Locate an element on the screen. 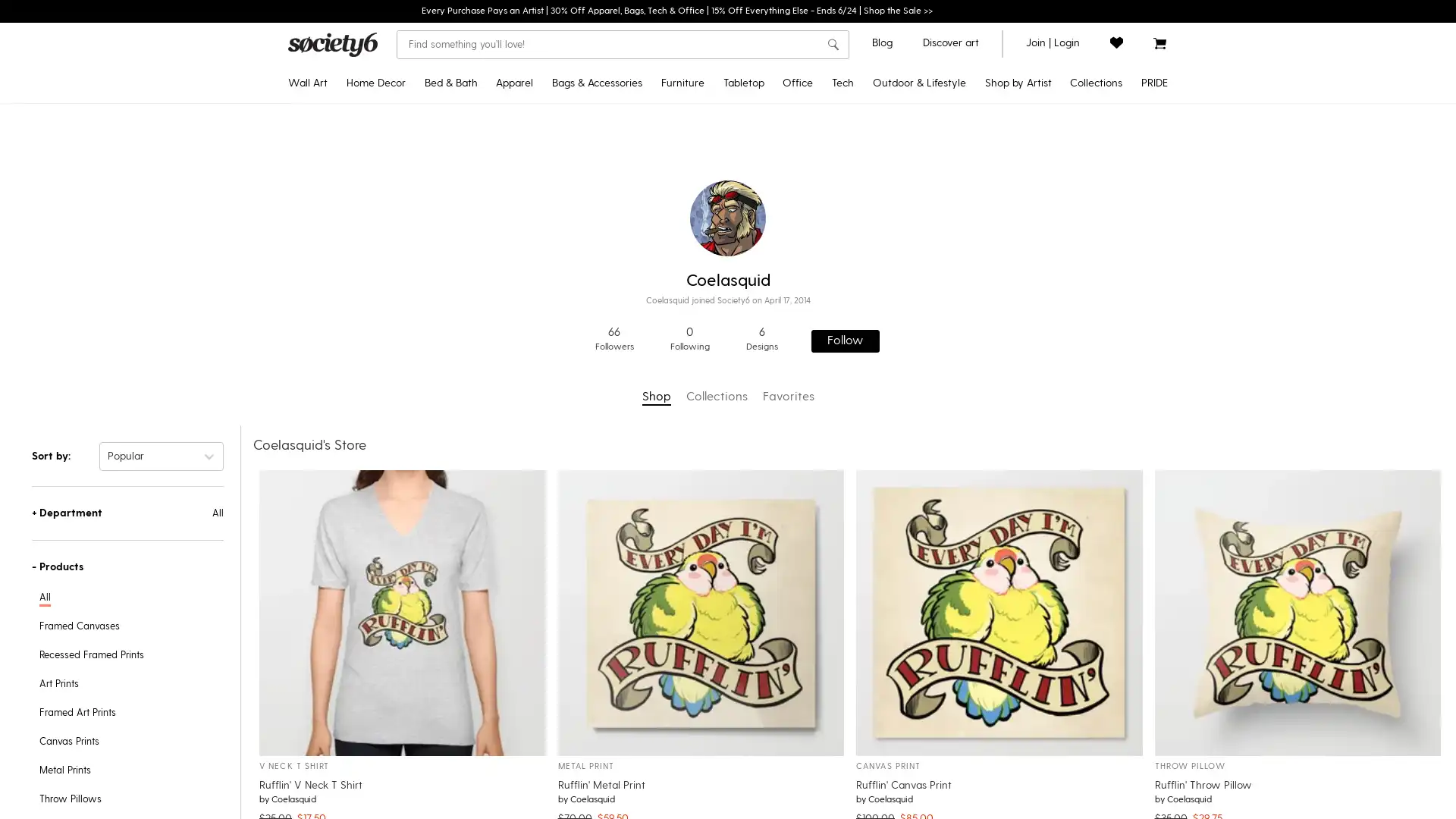  Water Bottles is located at coordinates (939, 195).